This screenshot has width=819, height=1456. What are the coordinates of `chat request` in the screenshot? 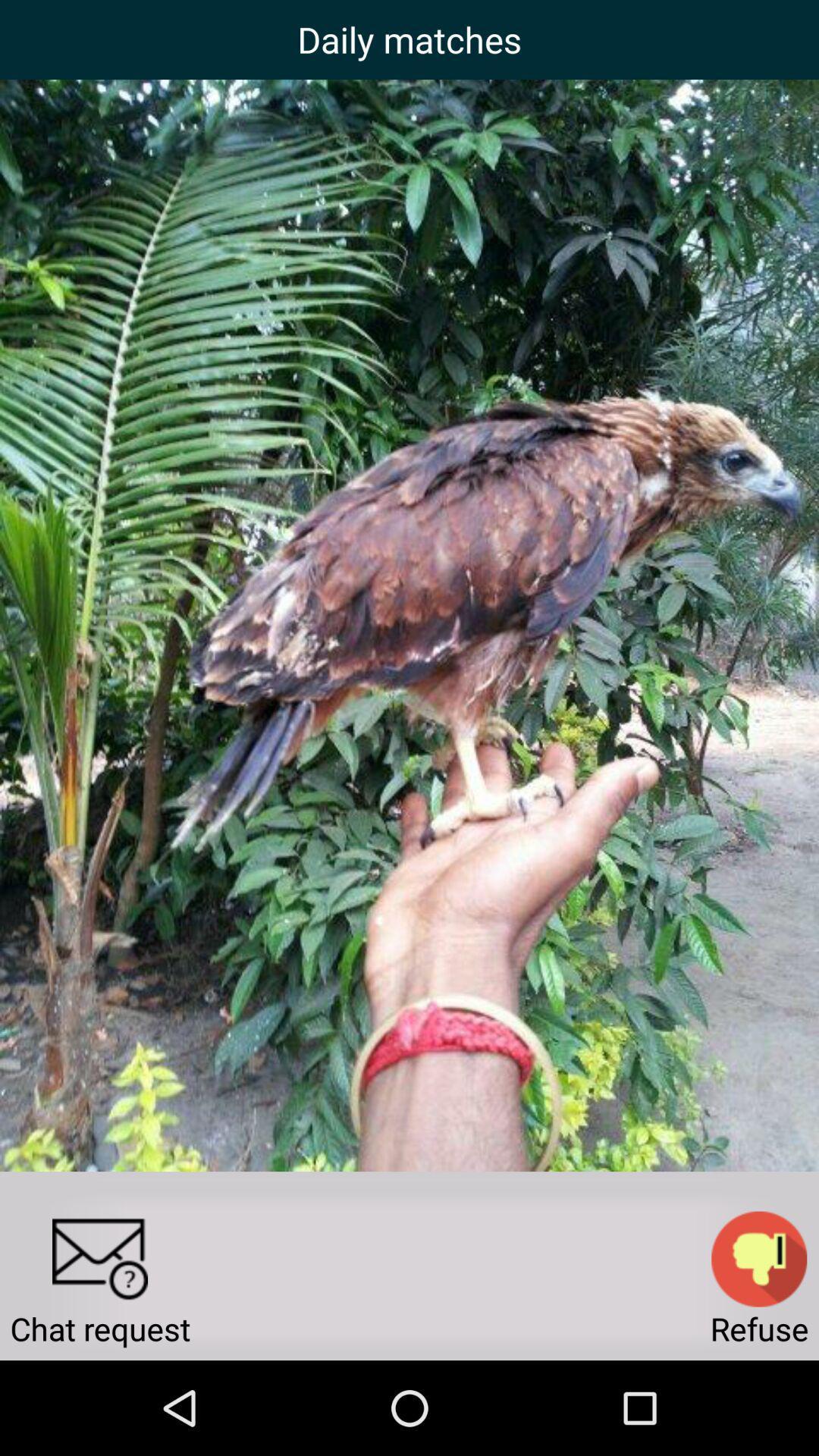 It's located at (99, 1259).